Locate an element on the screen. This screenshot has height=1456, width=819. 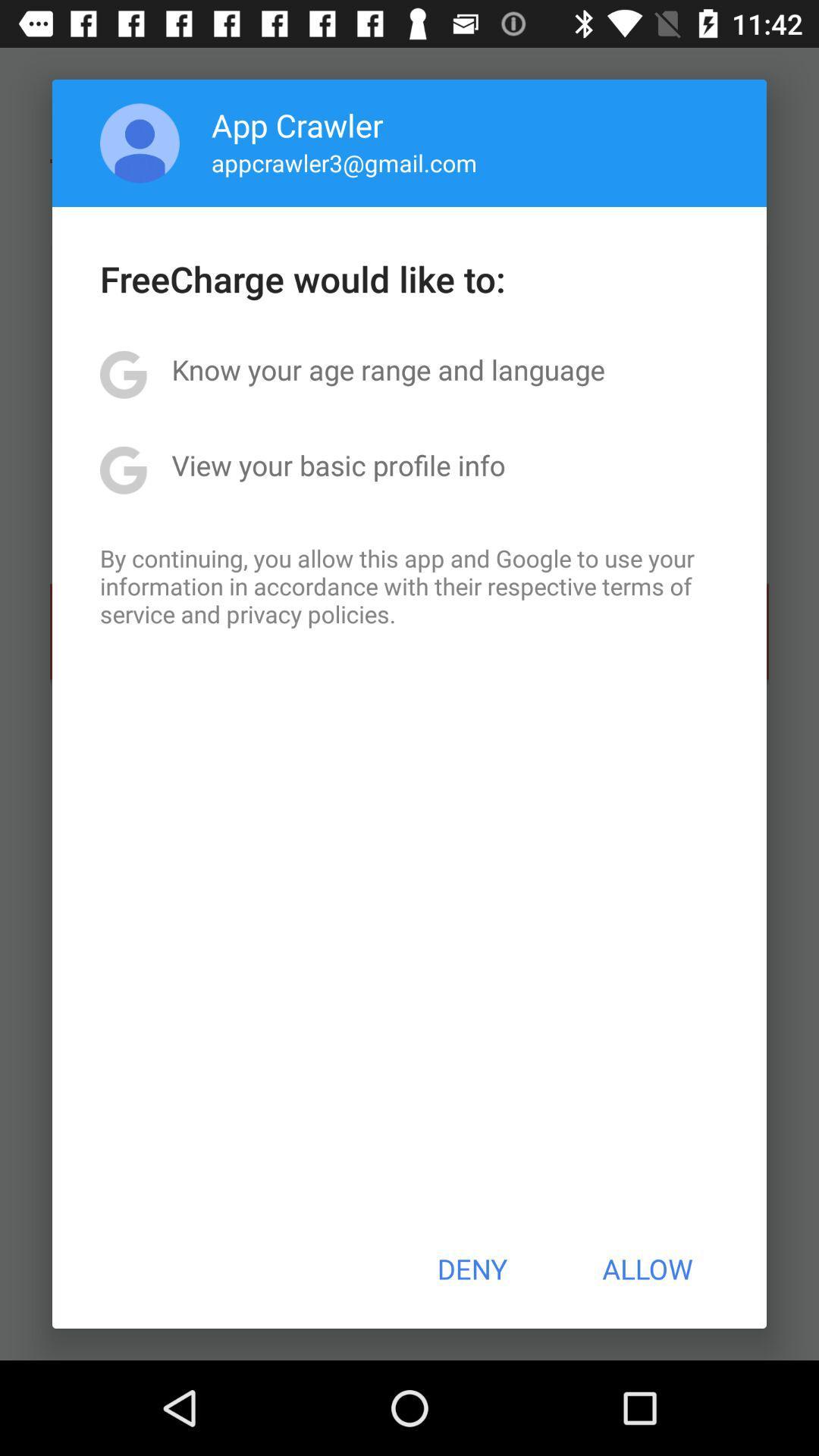
view your basic is located at coordinates (337, 464).